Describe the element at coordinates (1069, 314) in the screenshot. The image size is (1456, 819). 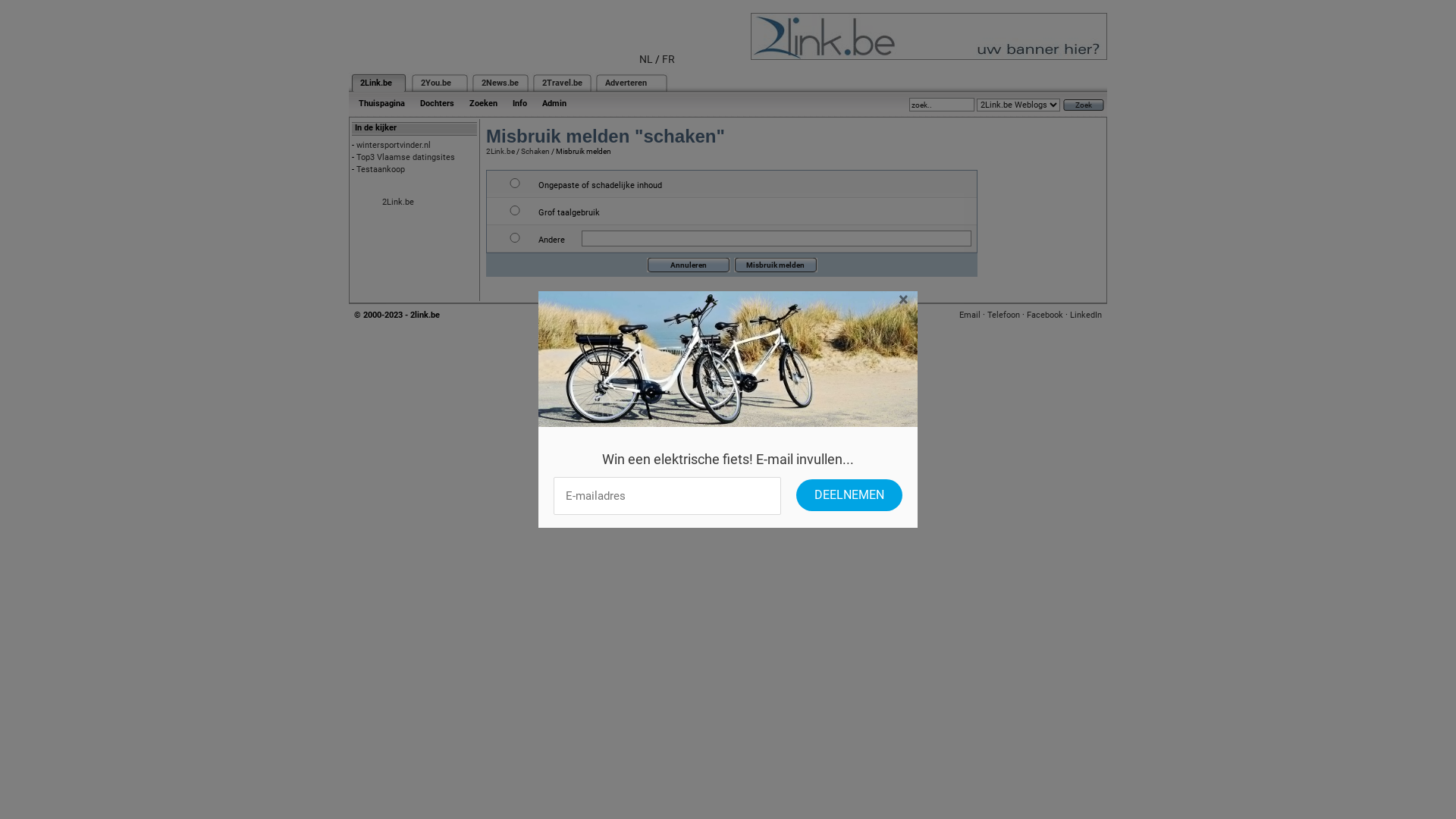
I see `'LinkedIn'` at that location.